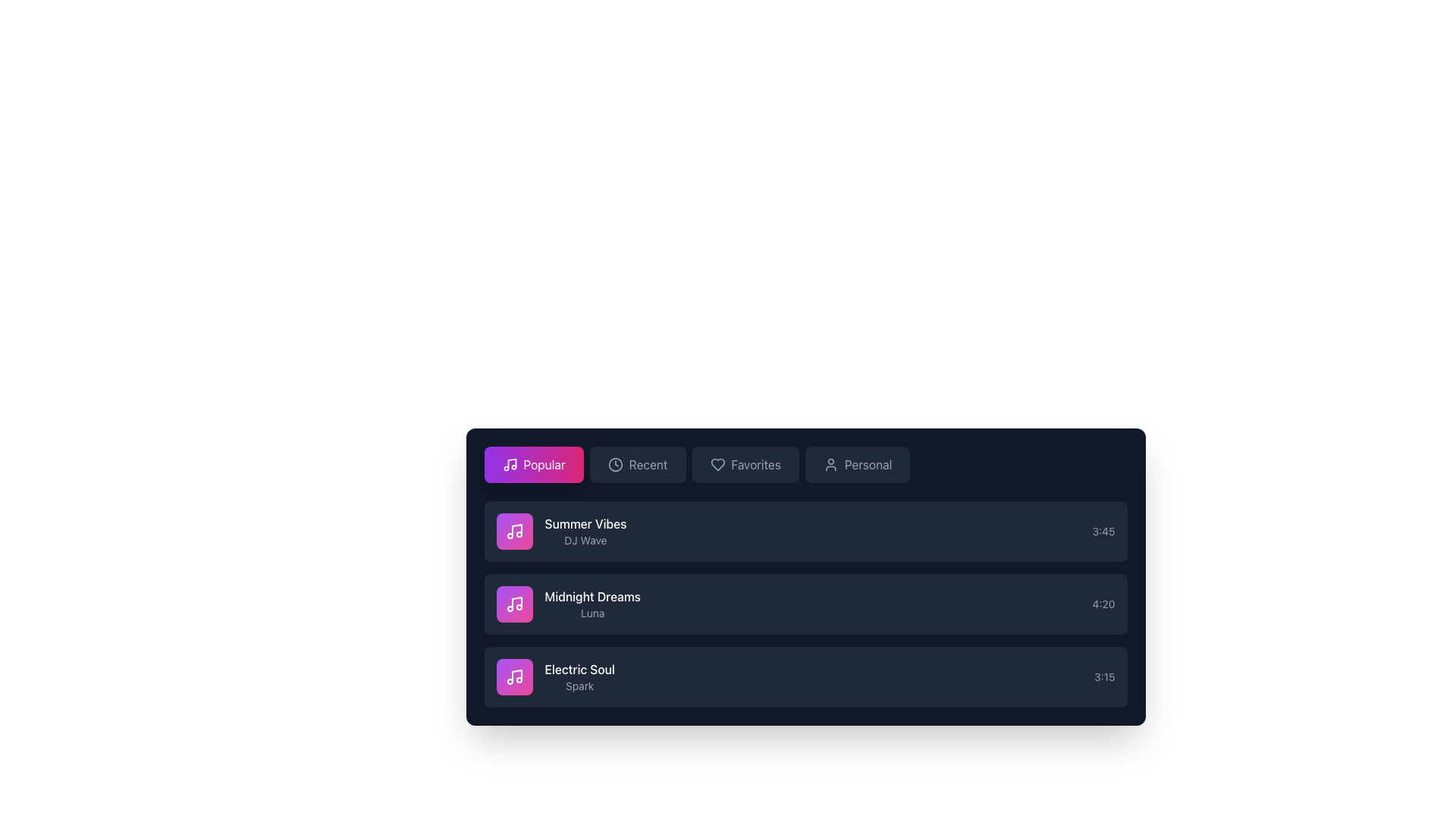 This screenshot has height=819, width=1456. I want to click on the decorative music icon associated with the track 'Electric Soul', located at the center of the styled button on the far right of the music list, so click(514, 676).